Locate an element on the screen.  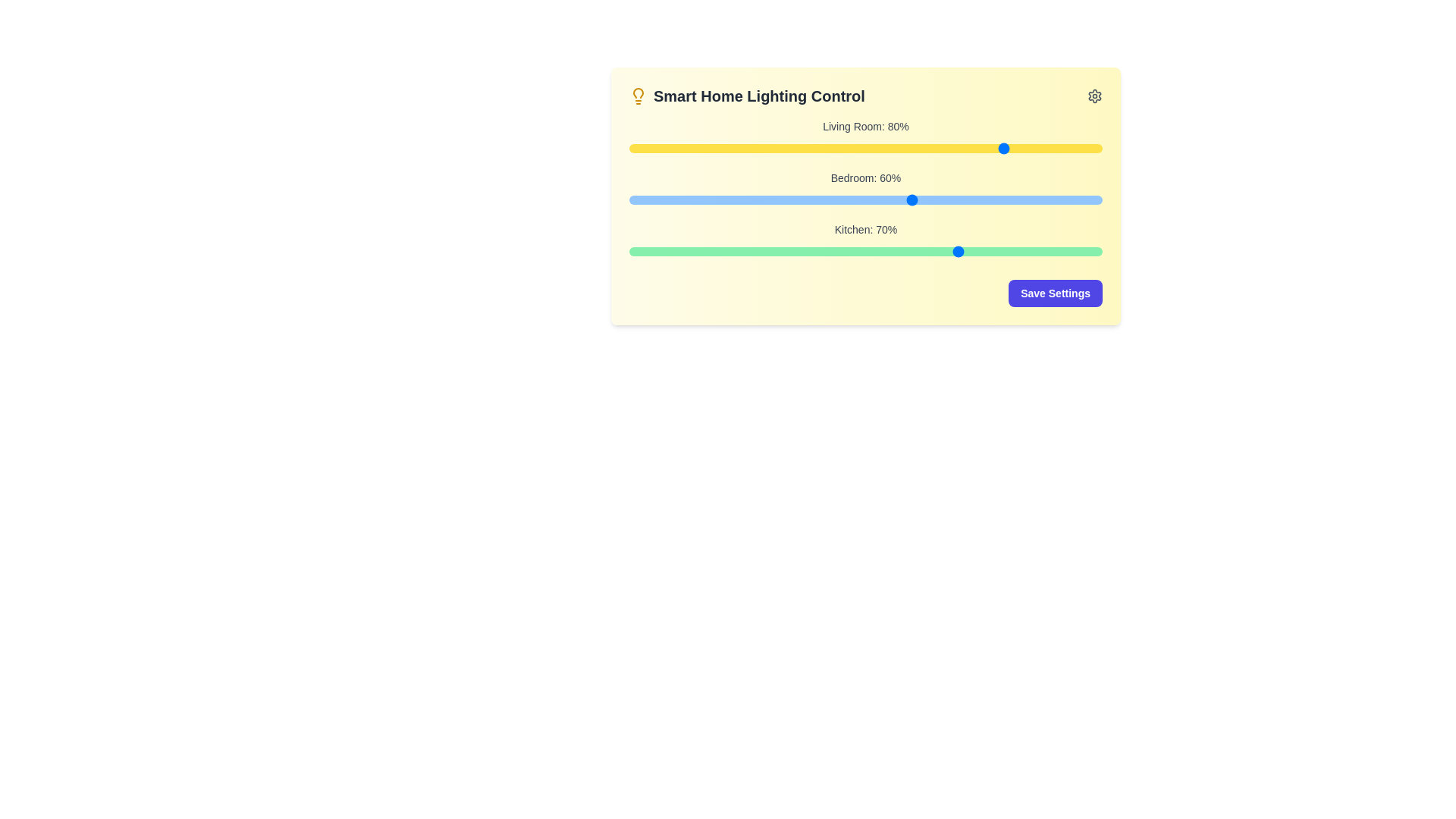
the yellow lightbulb icon located above the 'Smart Home Lighting Control' text is located at coordinates (638, 93).